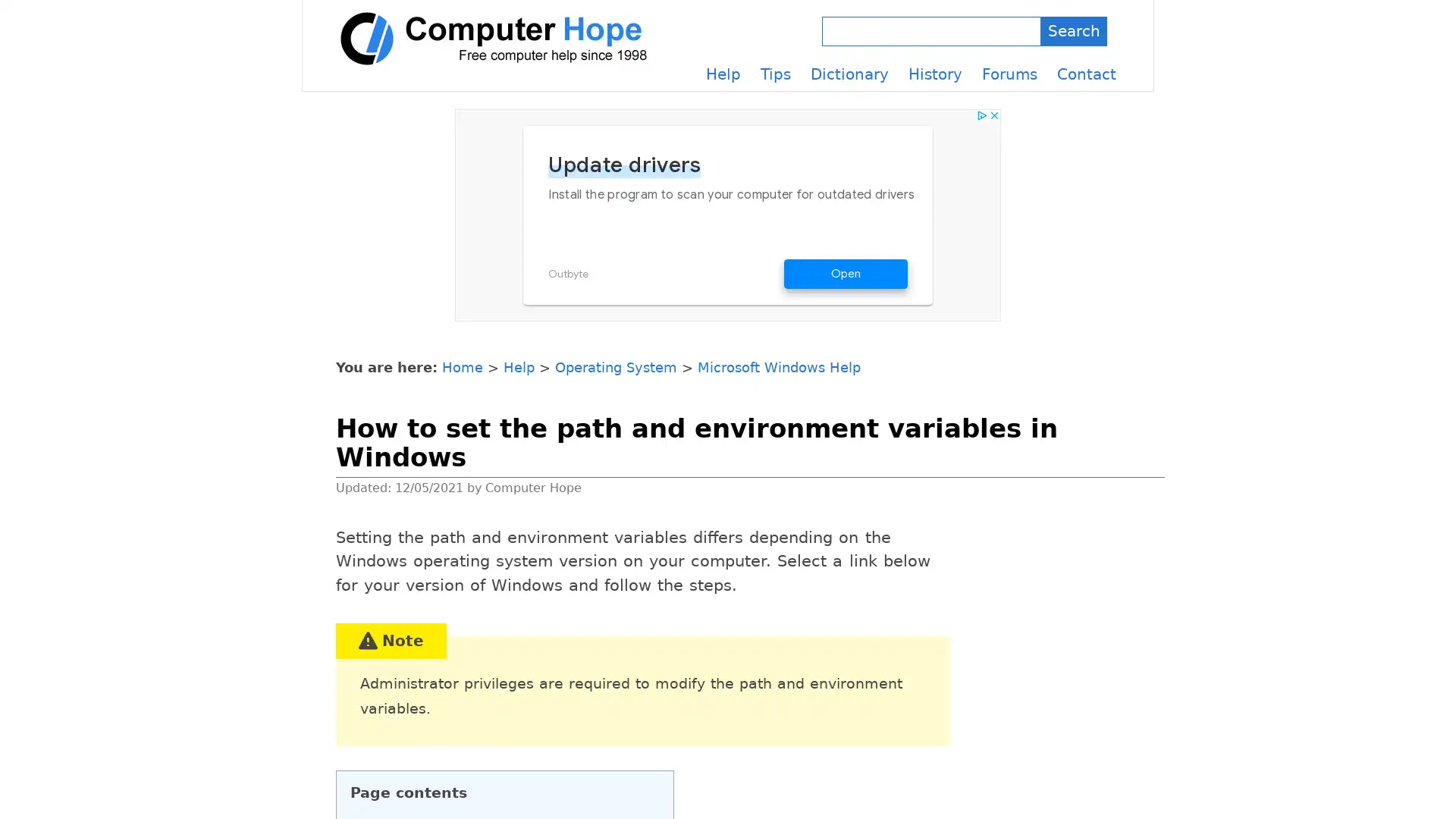  Describe the element at coordinates (1073, 30) in the screenshot. I see `Search` at that location.